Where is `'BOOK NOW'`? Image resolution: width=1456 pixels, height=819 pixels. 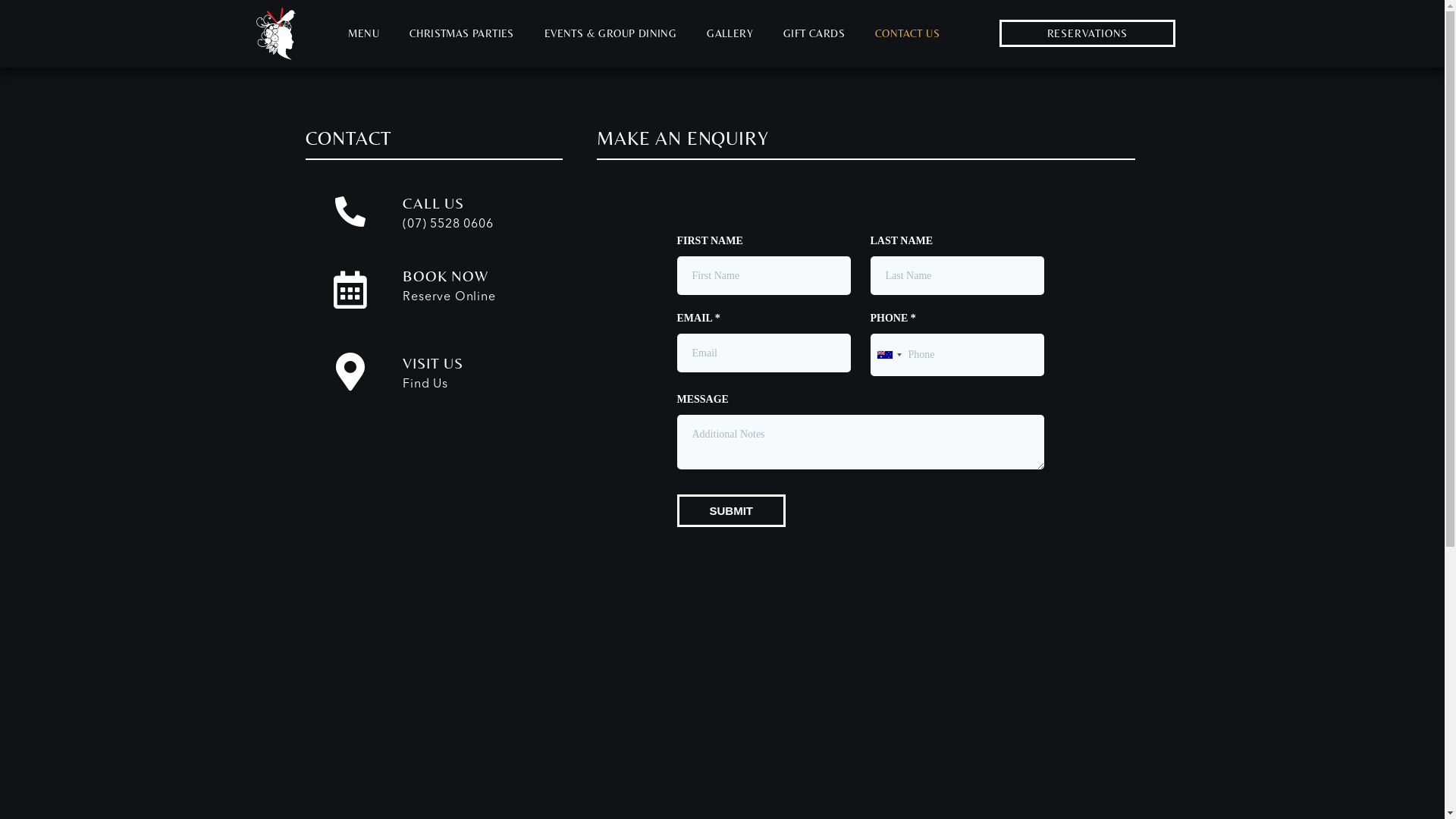
'BOOK NOW' is located at coordinates (444, 275).